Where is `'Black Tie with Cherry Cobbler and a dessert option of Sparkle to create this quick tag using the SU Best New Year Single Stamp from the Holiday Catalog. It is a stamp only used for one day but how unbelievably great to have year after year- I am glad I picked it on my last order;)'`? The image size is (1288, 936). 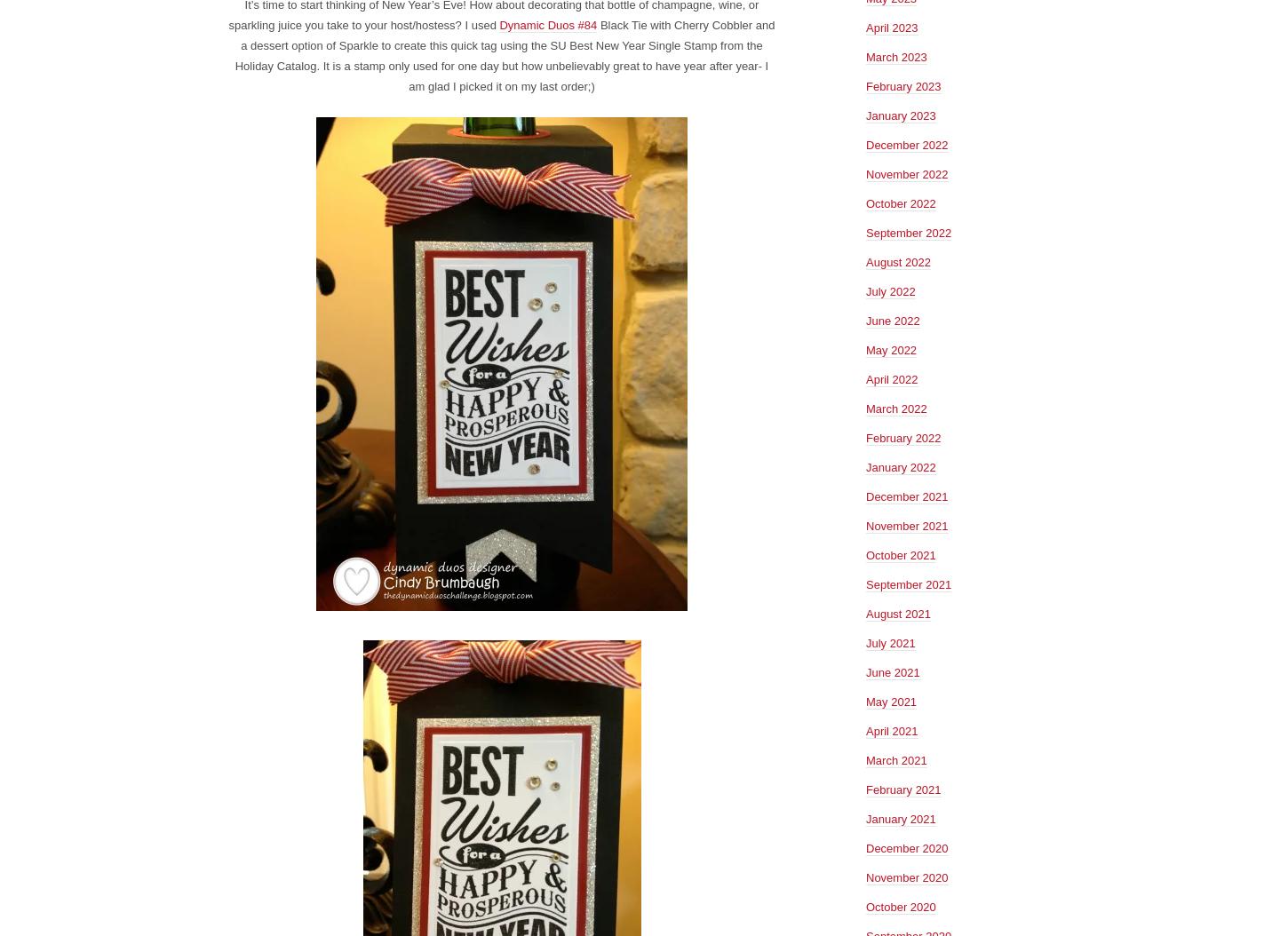
'Black Tie with Cherry Cobbler and a dessert option of Sparkle to create this quick tag using the SU Best New Year Single Stamp from the Holiday Catalog. It is a stamp only used for one day but how unbelievably great to have year after year- I am glad I picked it on my last order;)' is located at coordinates (504, 55).